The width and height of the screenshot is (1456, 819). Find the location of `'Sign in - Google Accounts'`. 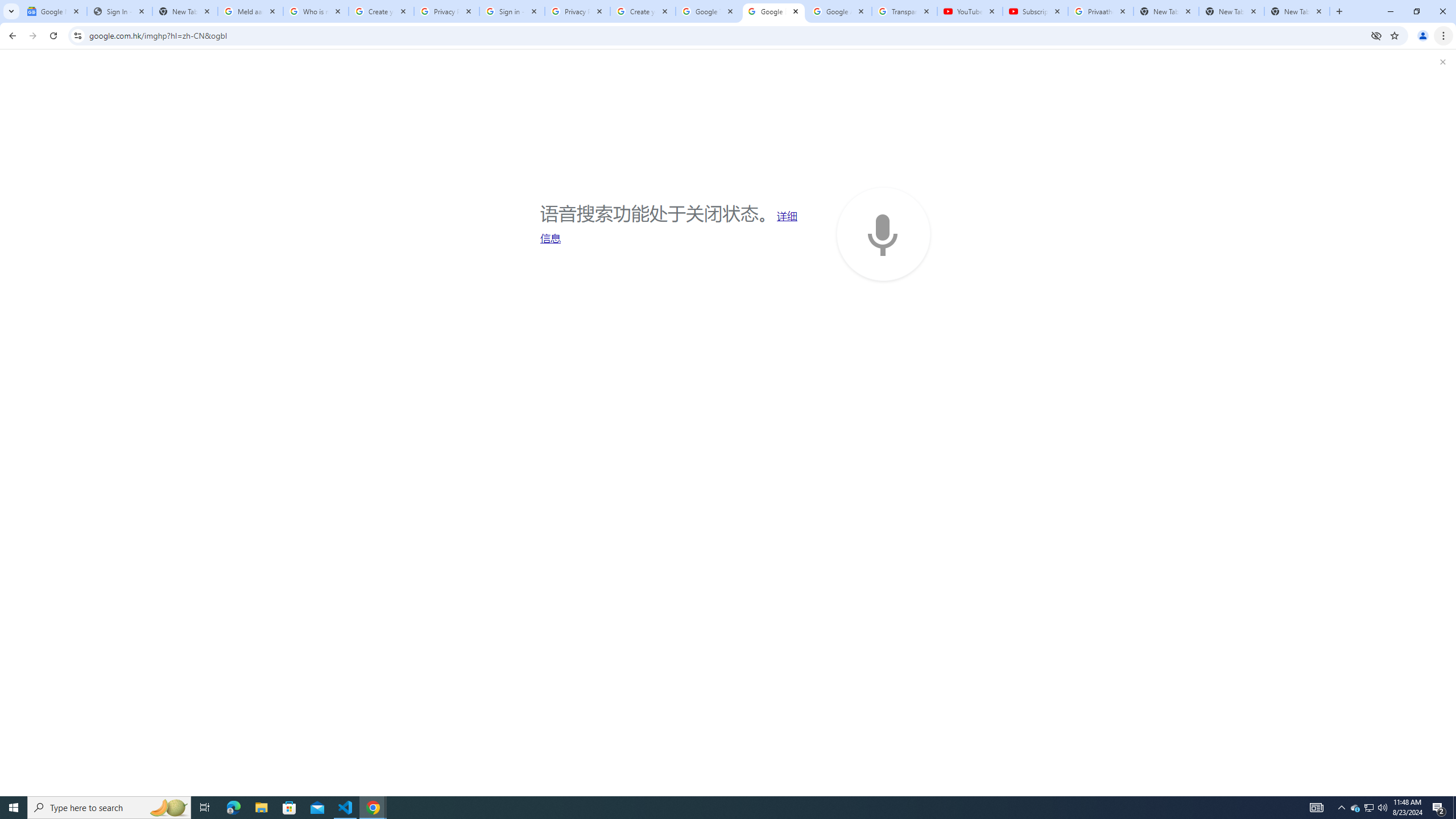

'Sign in - Google Accounts' is located at coordinates (512, 11).